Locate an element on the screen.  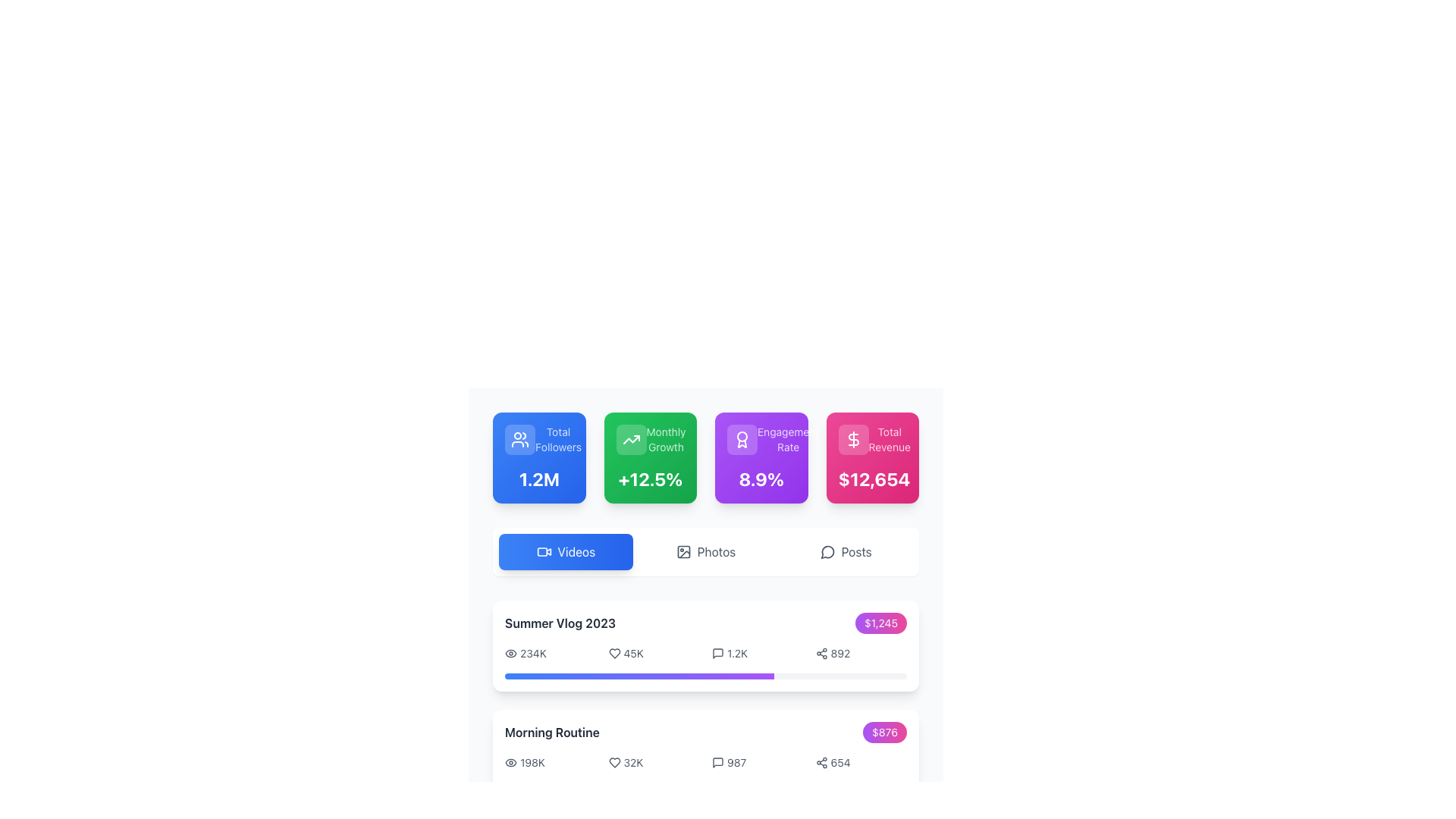
the icon representing the number of comments for the 'Summer Vlog 2023' is located at coordinates (717, 652).